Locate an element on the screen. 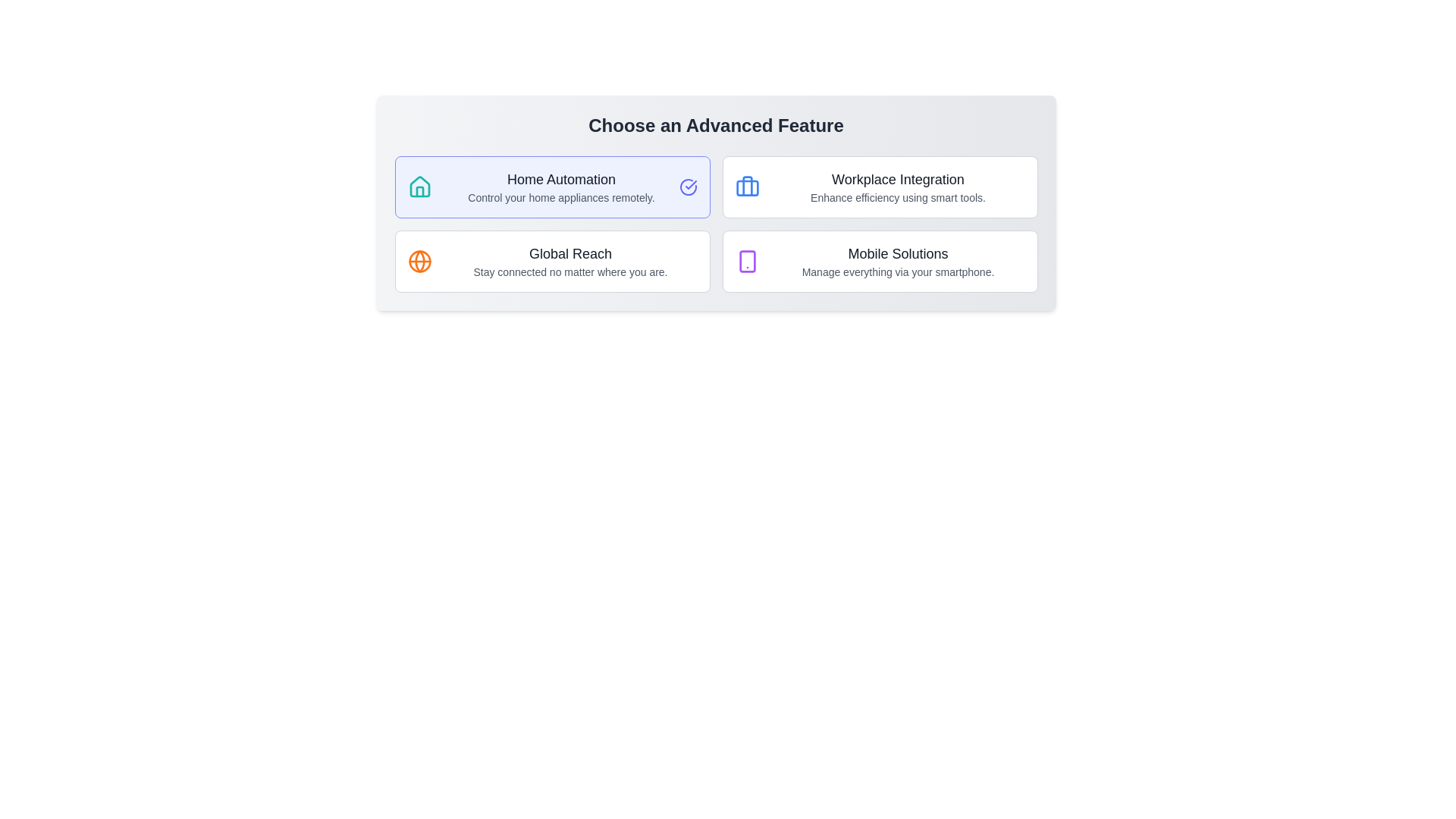  the 'Global Reach' text label, which is prominently displayed in a large, bold font in the bottom-left quadrant of the interface is located at coordinates (570, 253).